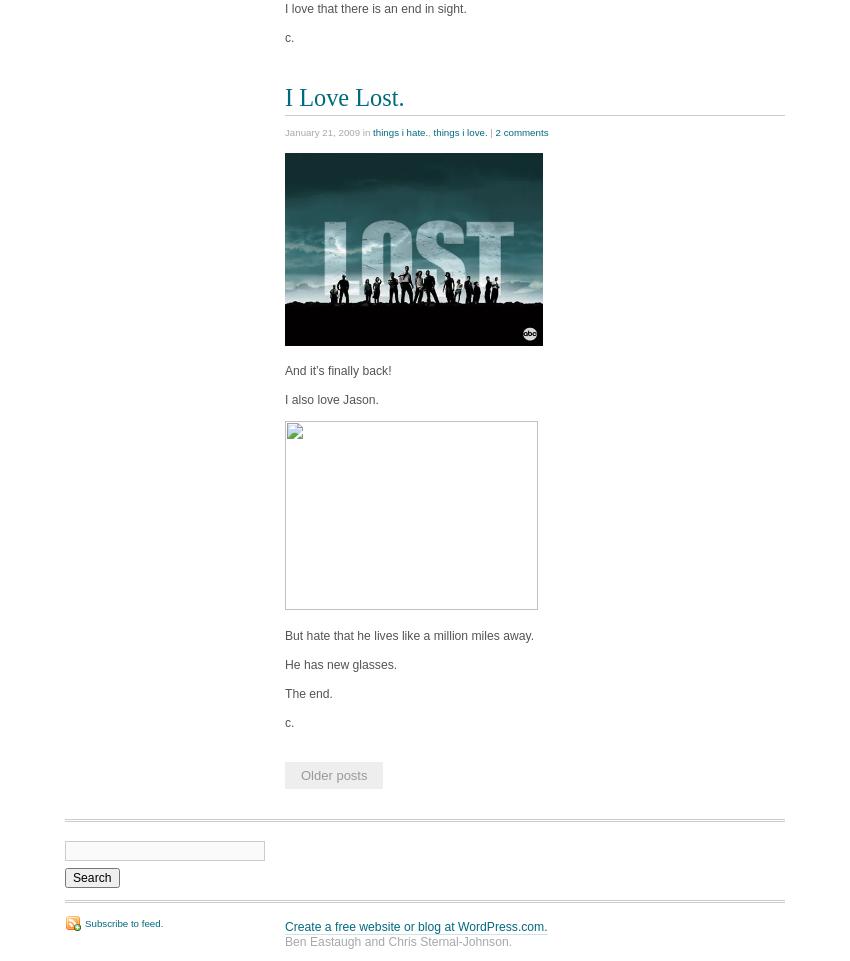 The width and height of the screenshot is (850, 961). I want to click on 'Older posts', so click(300, 773).